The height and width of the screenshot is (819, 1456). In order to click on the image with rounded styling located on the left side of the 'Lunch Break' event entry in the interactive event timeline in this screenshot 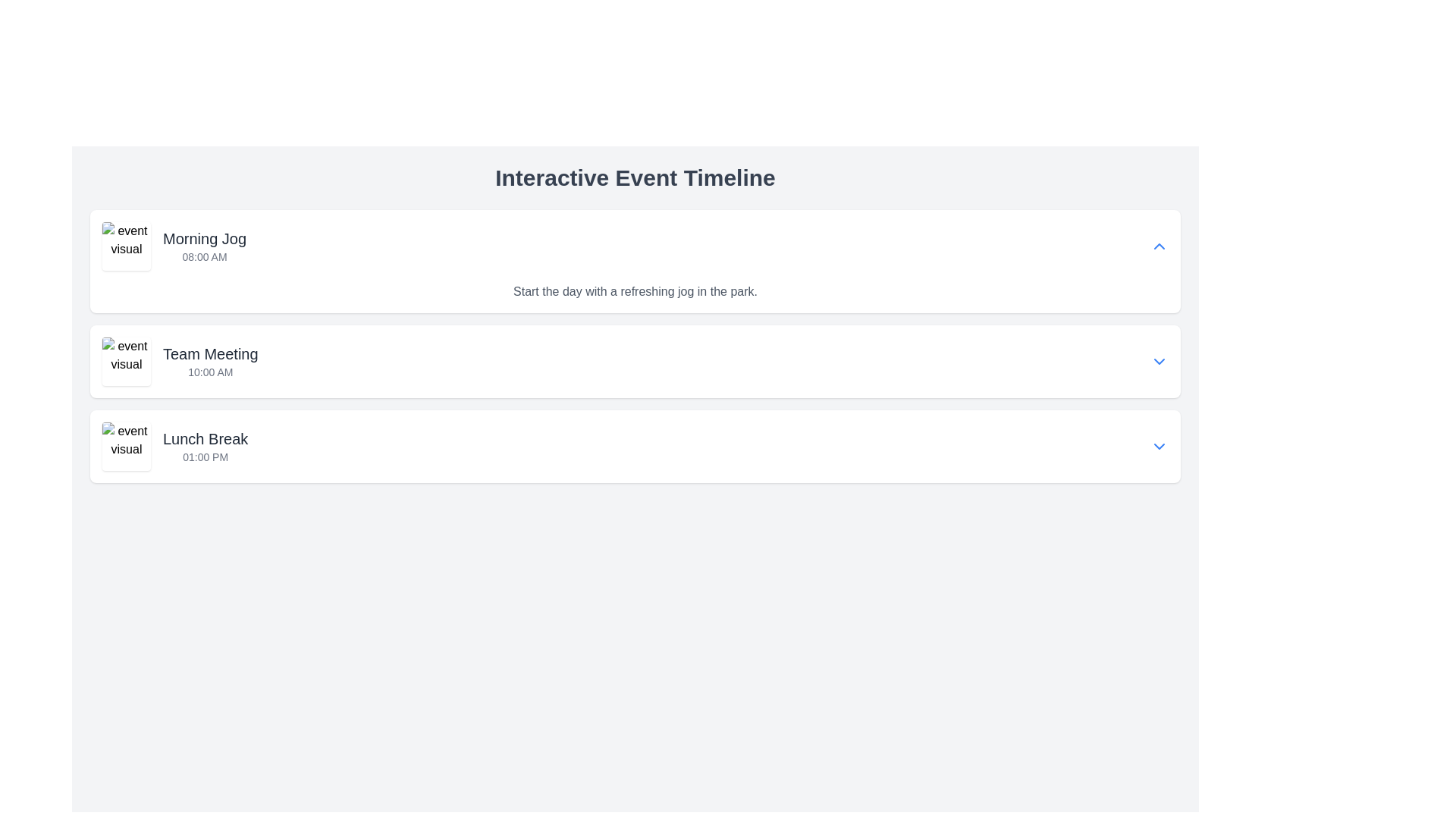, I will do `click(127, 446)`.